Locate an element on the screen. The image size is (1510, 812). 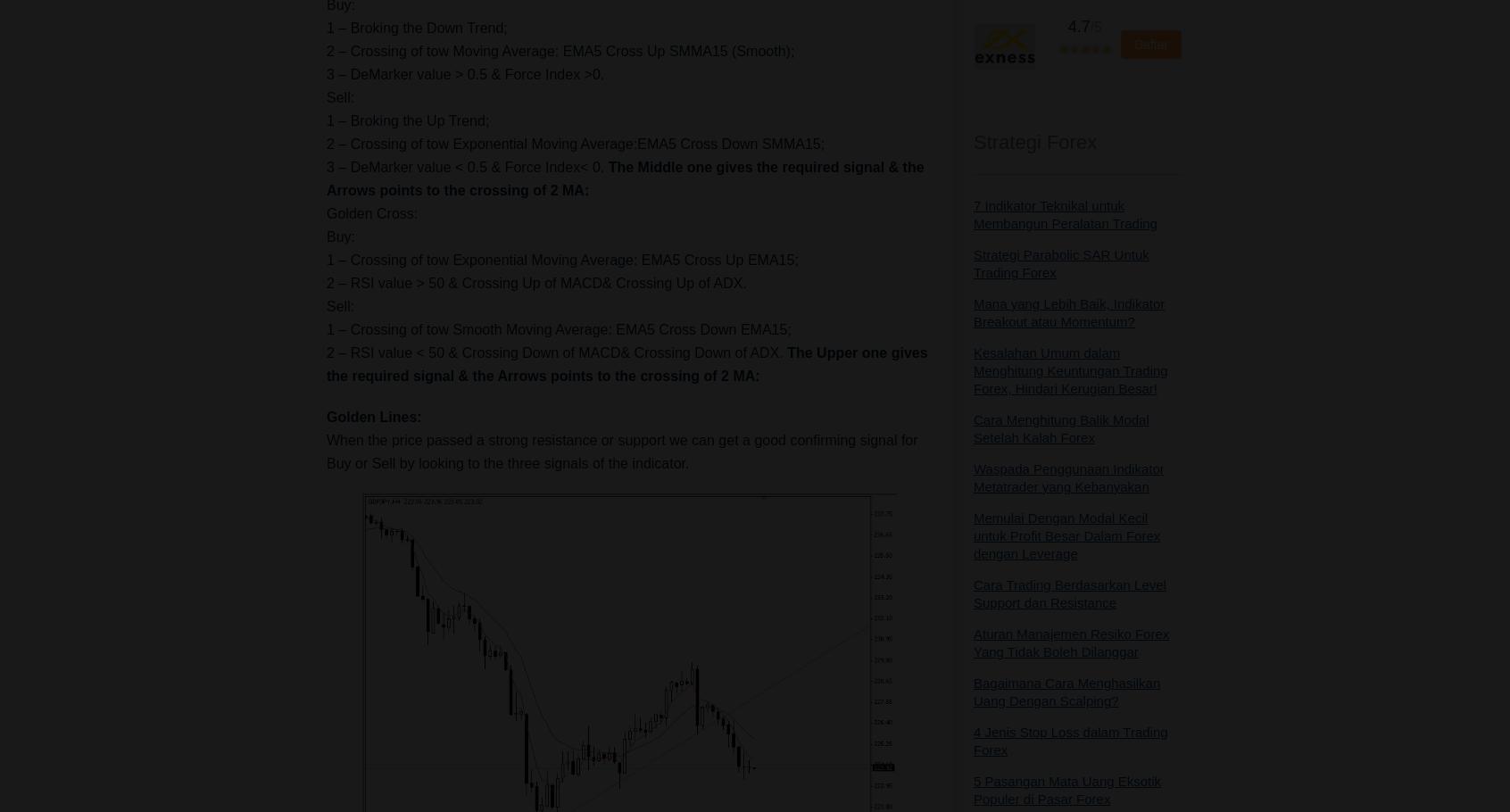
'1 – Broking the Up Trend;' is located at coordinates (407, 120).